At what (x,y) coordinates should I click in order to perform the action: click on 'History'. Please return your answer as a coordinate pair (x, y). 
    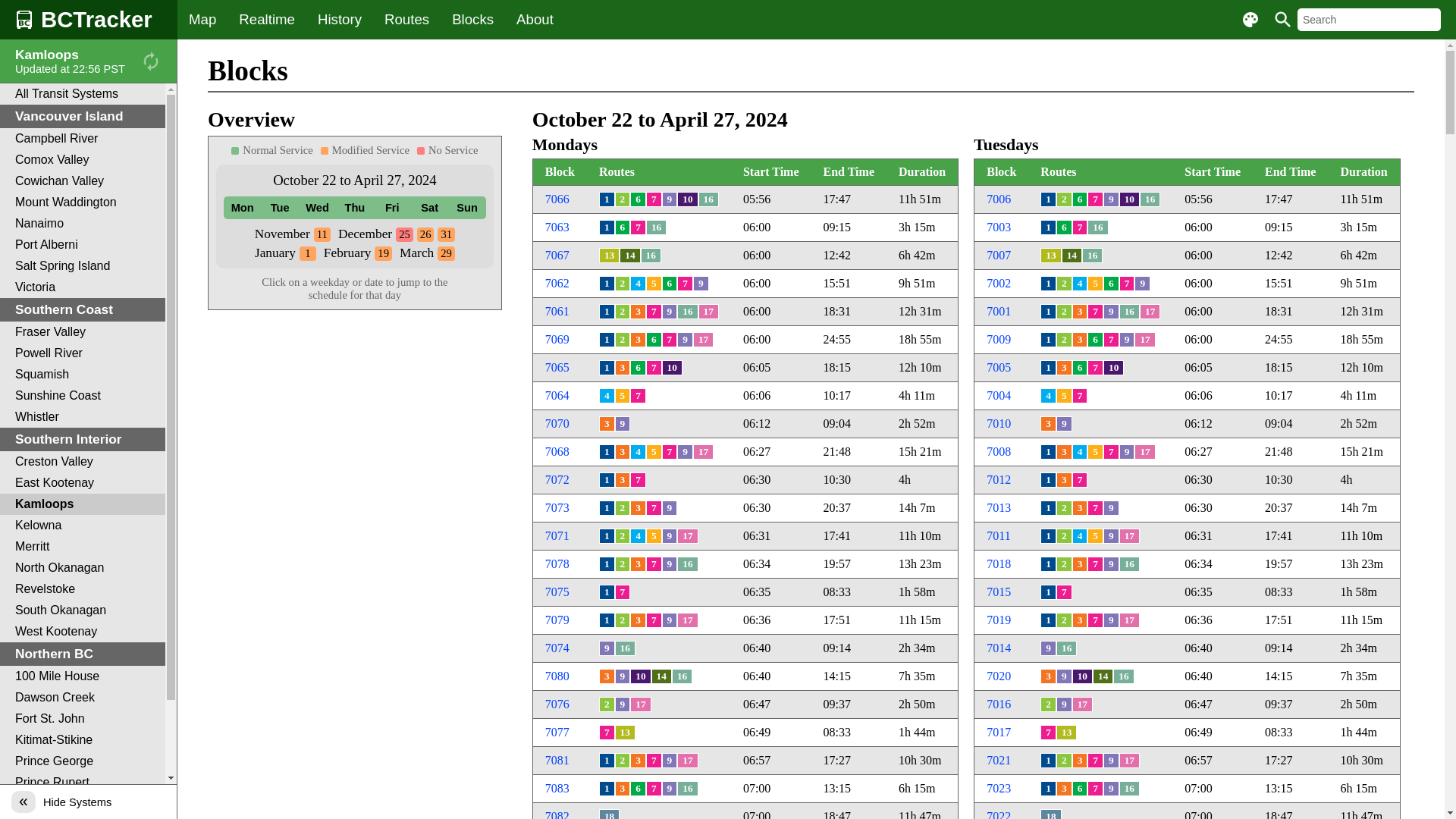
    Looking at the image, I should click on (305, 20).